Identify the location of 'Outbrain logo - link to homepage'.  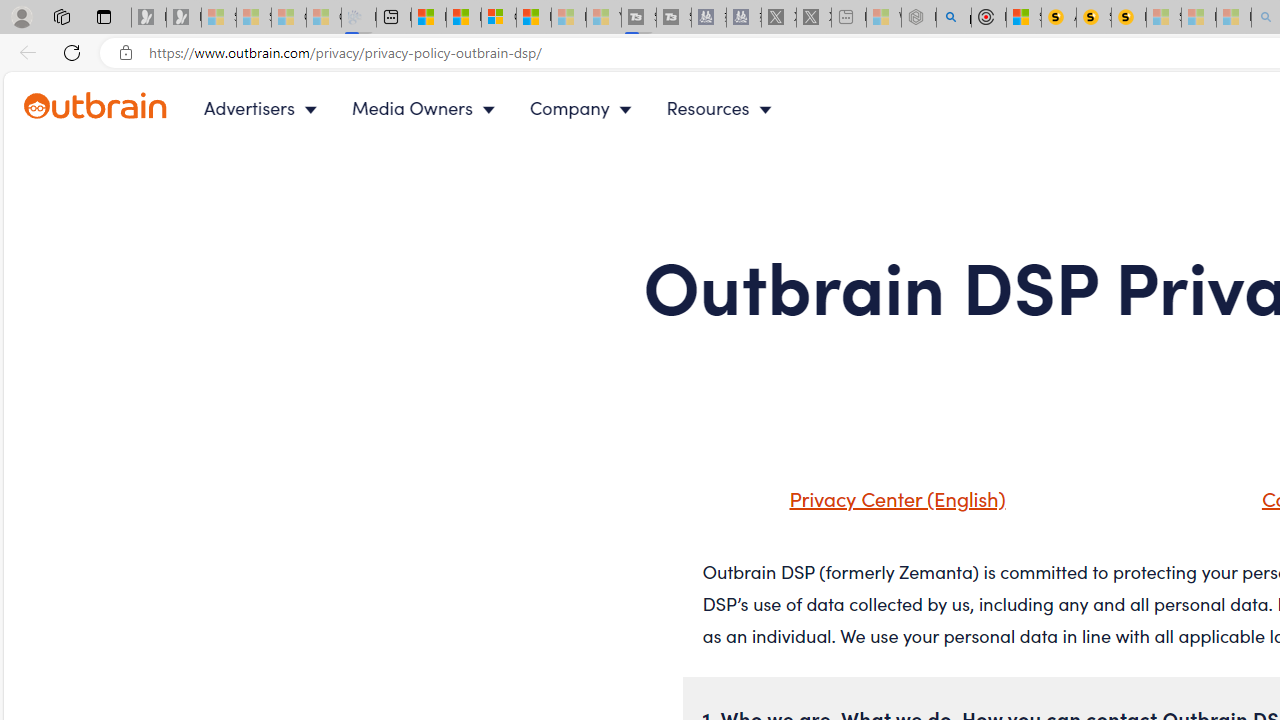
(118, 108).